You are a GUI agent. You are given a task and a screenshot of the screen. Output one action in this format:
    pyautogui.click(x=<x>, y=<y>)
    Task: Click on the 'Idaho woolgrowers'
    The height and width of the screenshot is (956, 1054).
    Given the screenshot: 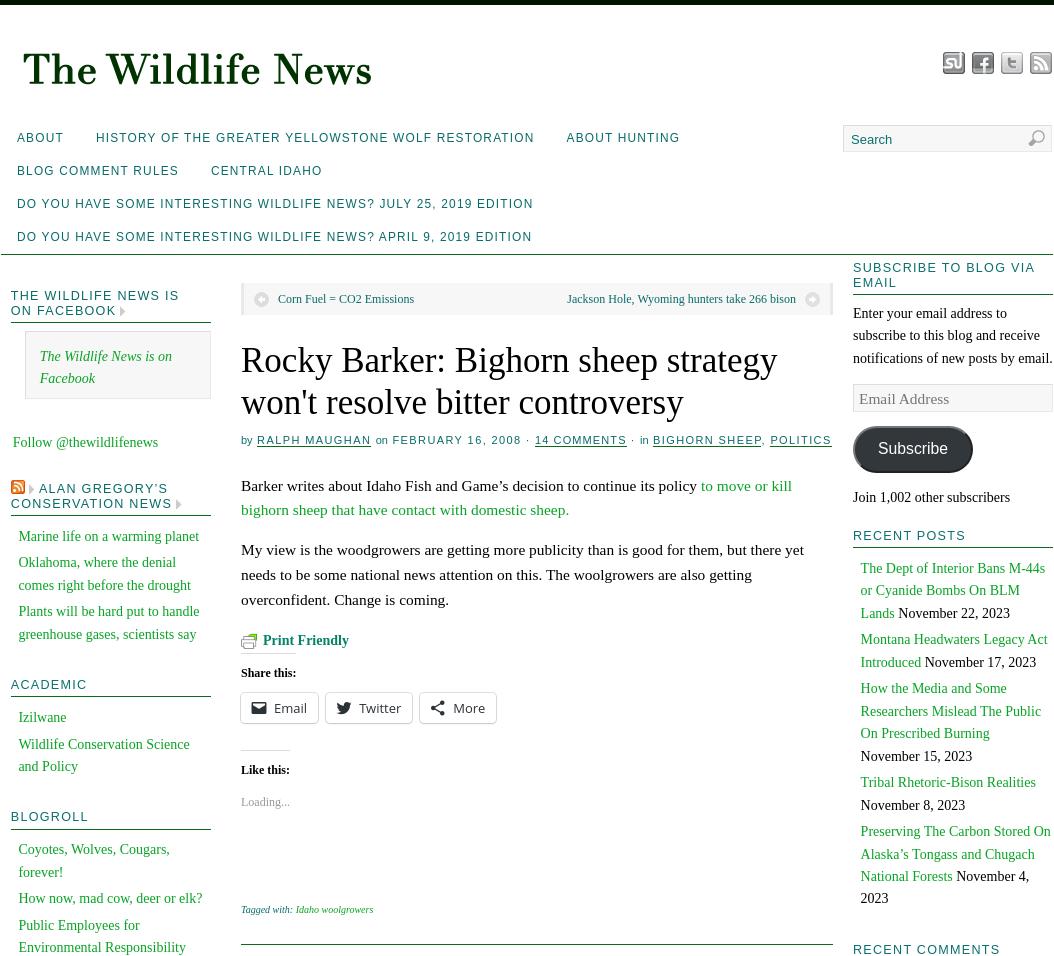 What is the action you would take?
    pyautogui.click(x=334, y=909)
    